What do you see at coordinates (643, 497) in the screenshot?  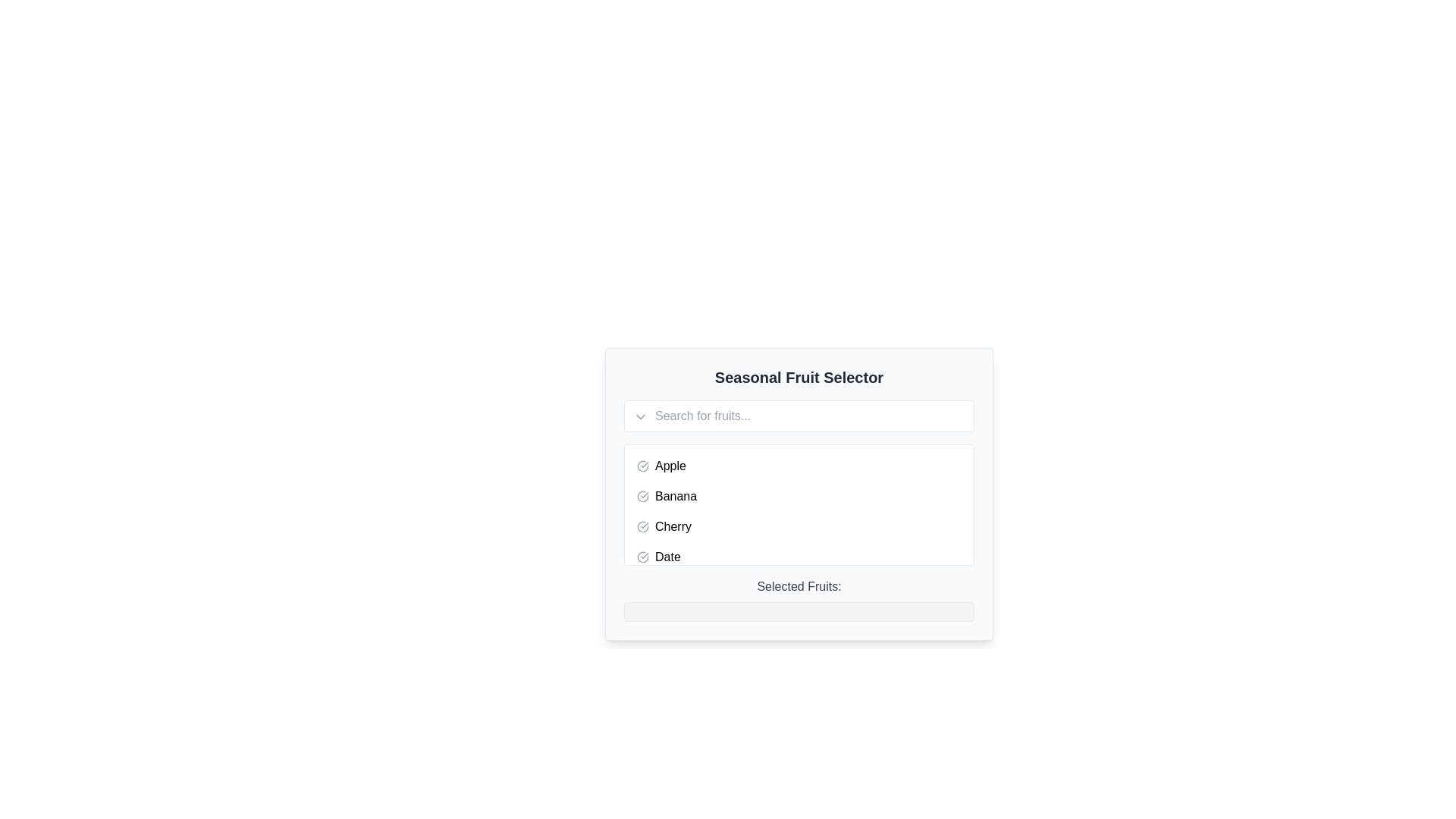 I see `the visual indicator icon for the 'Banana' option in the 'Seasonal Fruit Selector' list, which is the second option in the list` at bounding box center [643, 497].